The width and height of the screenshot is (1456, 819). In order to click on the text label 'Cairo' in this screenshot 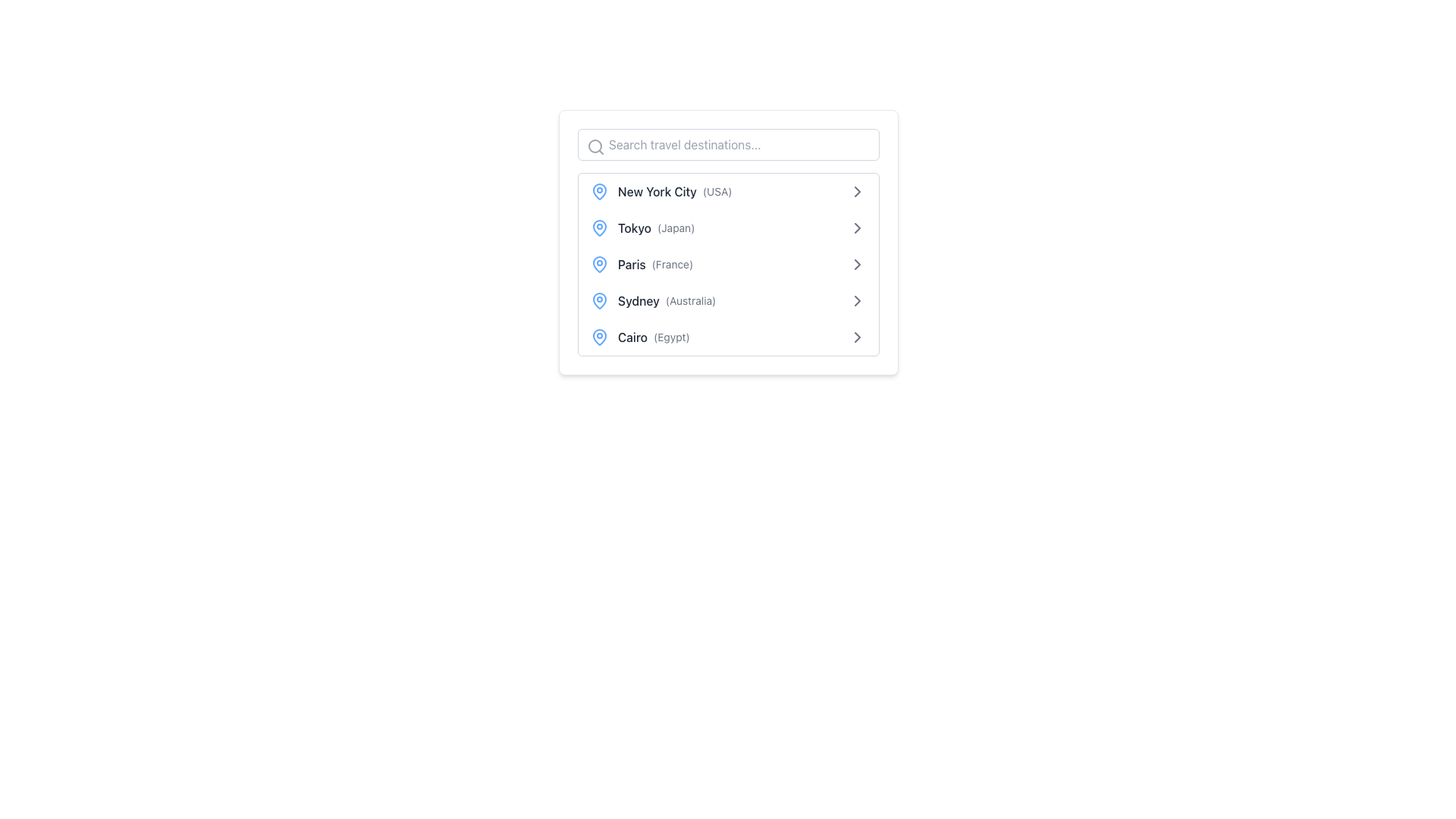, I will do `click(640, 336)`.